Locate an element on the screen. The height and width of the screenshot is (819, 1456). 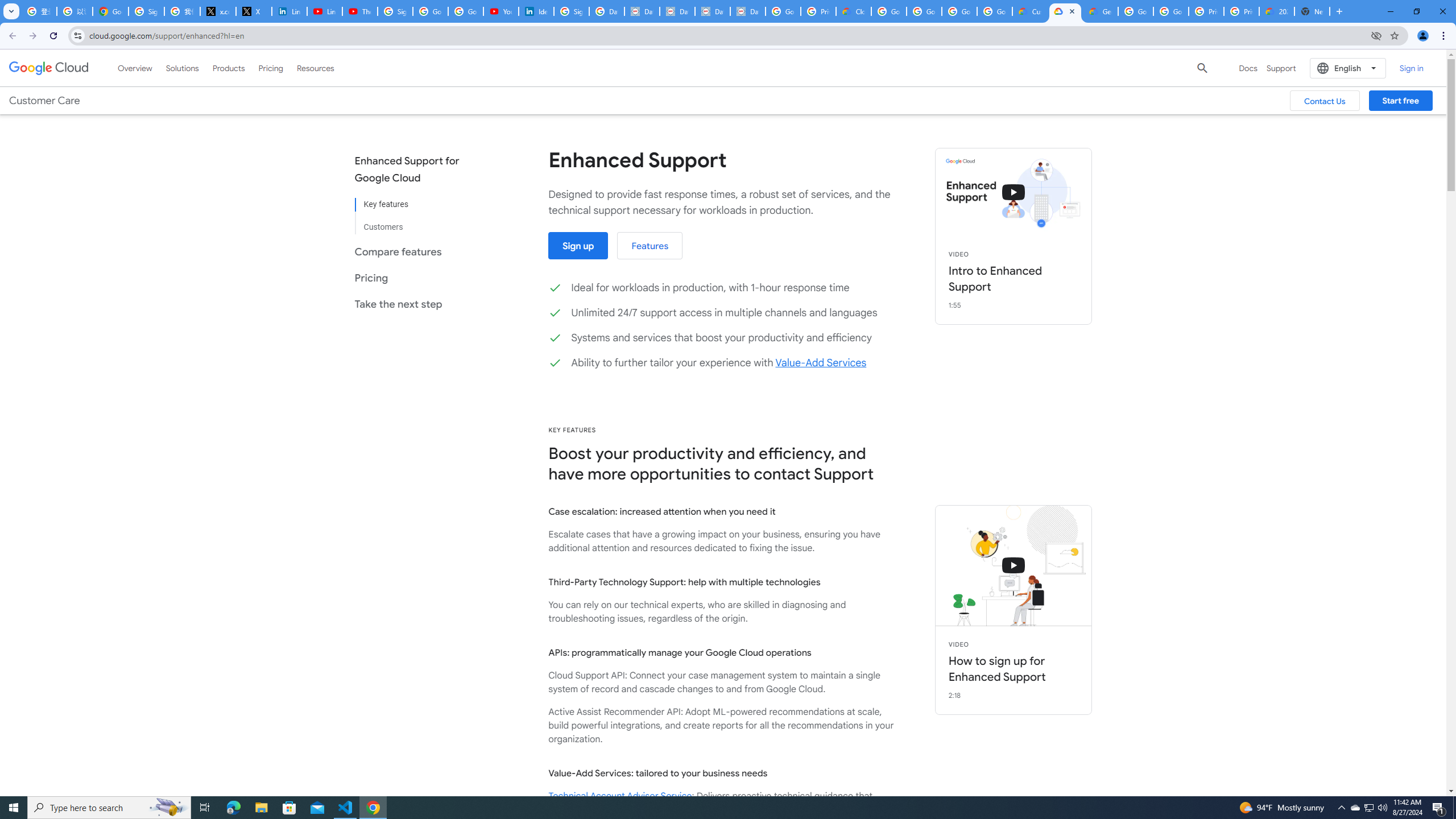
'Solutions' is located at coordinates (181, 67).